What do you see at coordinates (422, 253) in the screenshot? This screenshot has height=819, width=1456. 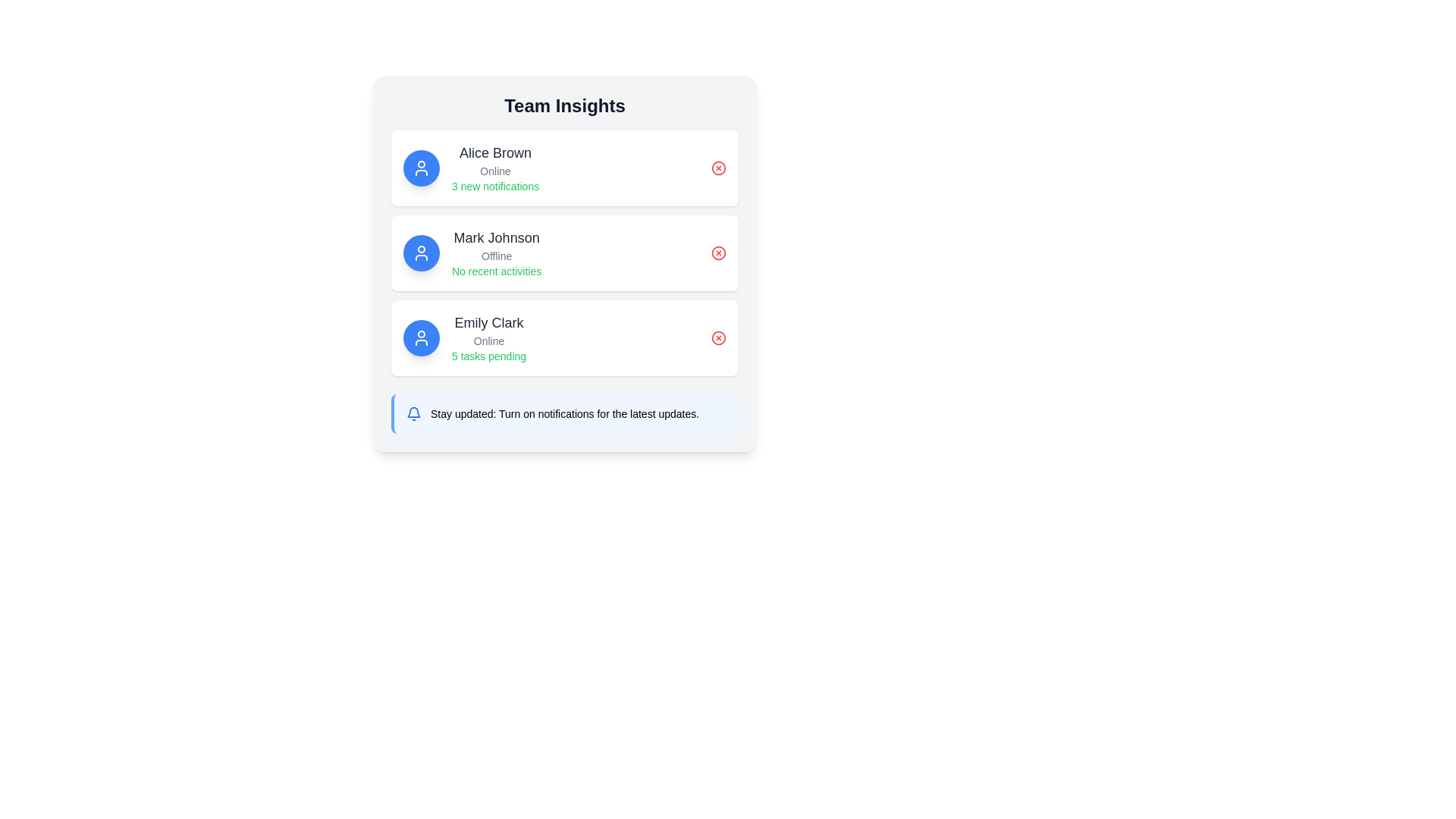 I see `the circular button with a blue background and a white user icon representing the user avatar for 'Mark Johnson' in the 'Team Insights' section` at bounding box center [422, 253].